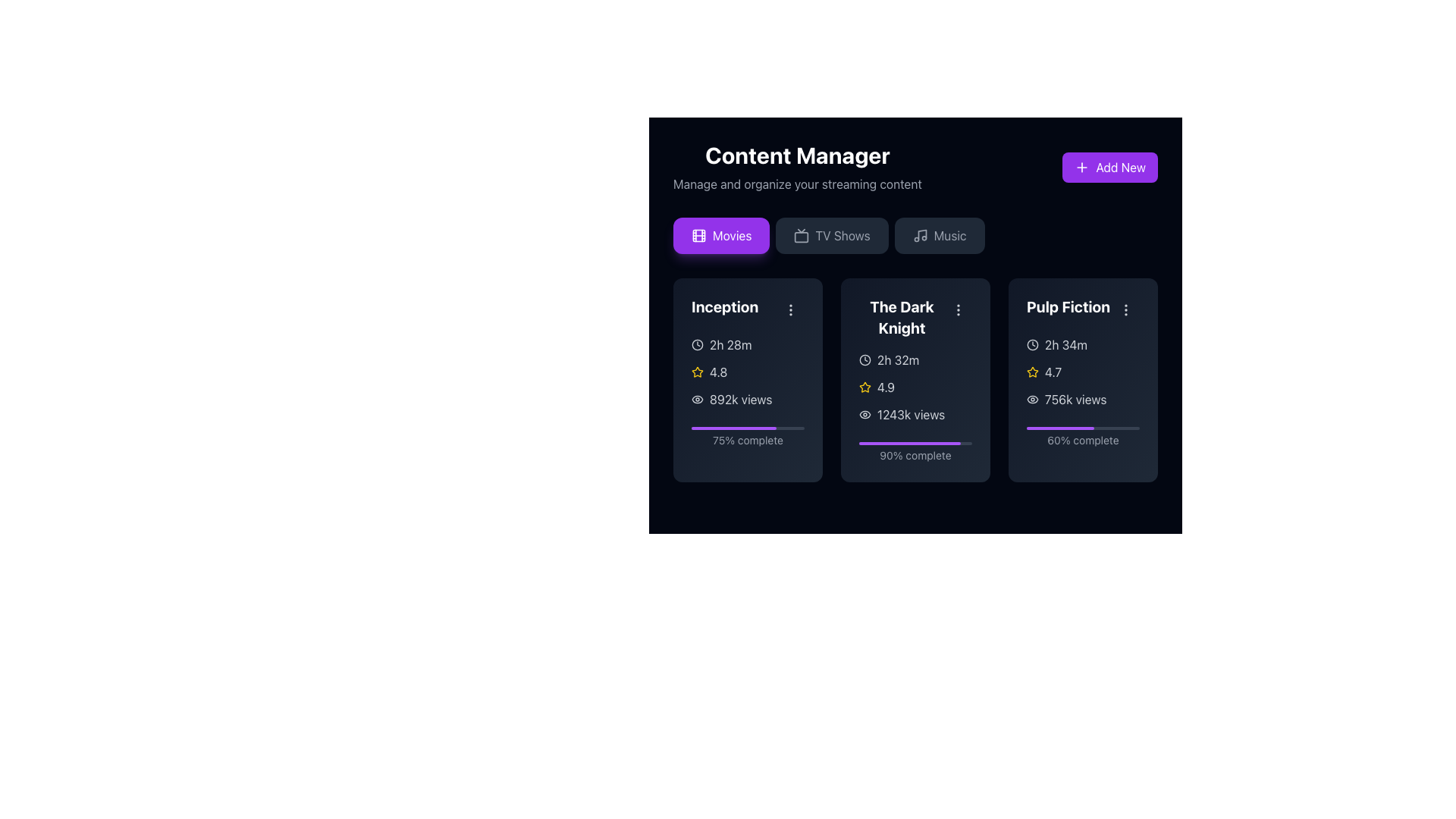 The width and height of the screenshot is (1456, 819). Describe the element at coordinates (789, 309) in the screenshot. I see `the vertical ellipsis icon button located at the top-right corner of the 'Inception' card` at that location.